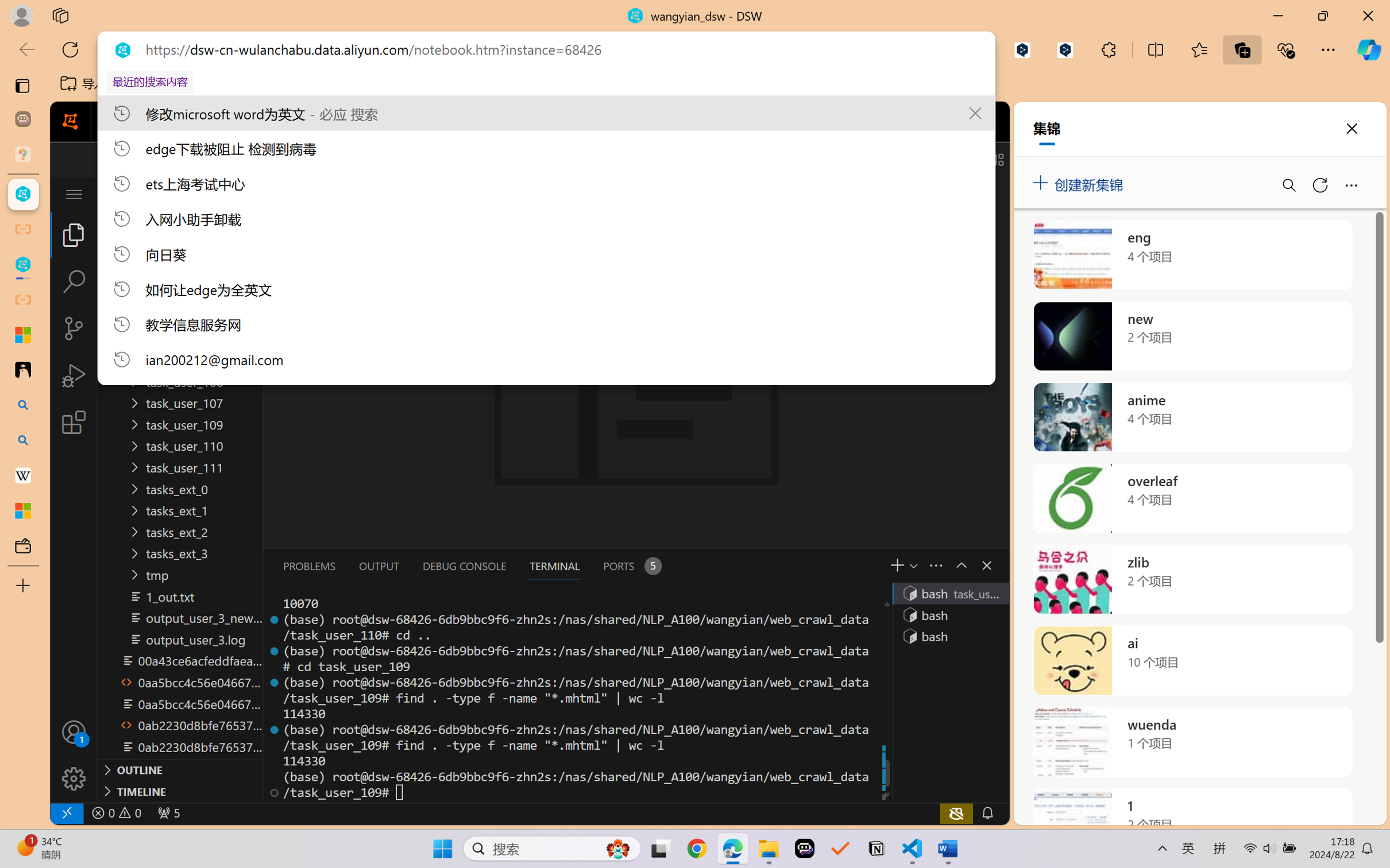  I want to click on 'copilot-notconnected, Copilot error (click for details)', so click(956, 812).